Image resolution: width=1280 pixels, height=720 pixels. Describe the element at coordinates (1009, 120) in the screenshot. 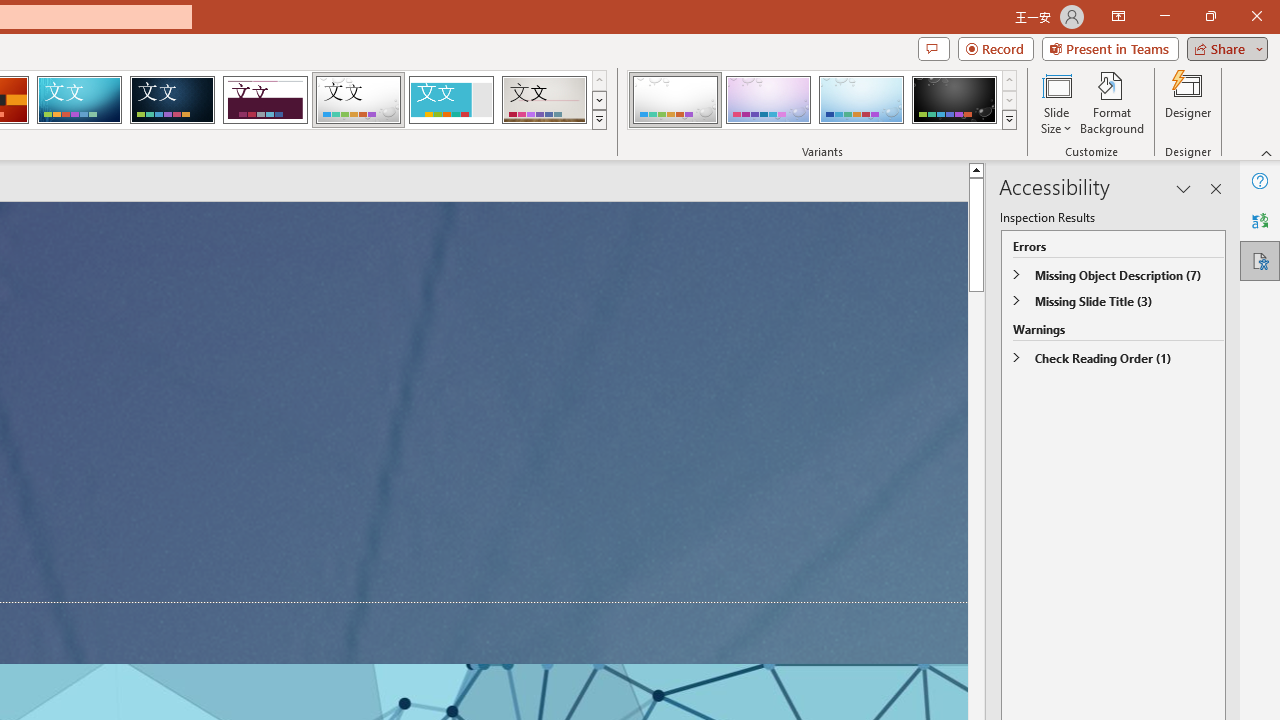

I see `'Variants'` at that location.